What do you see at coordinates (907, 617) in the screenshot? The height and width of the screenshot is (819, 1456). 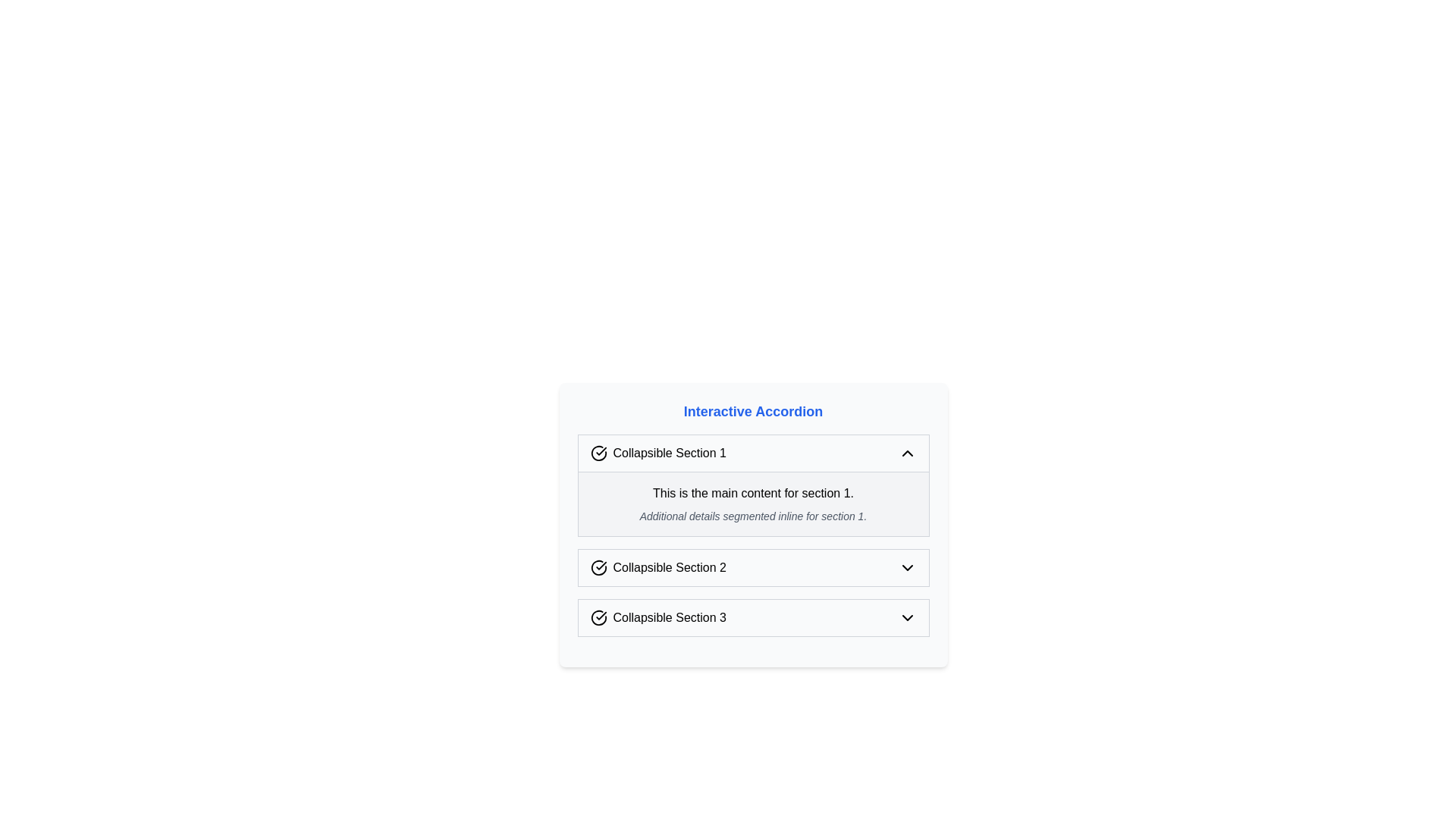 I see `the Interactive Icon (Chevron Down) located at the right side of the header bar in 'Collapsible Section 3' to toggle the visibility of its content` at bounding box center [907, 617].